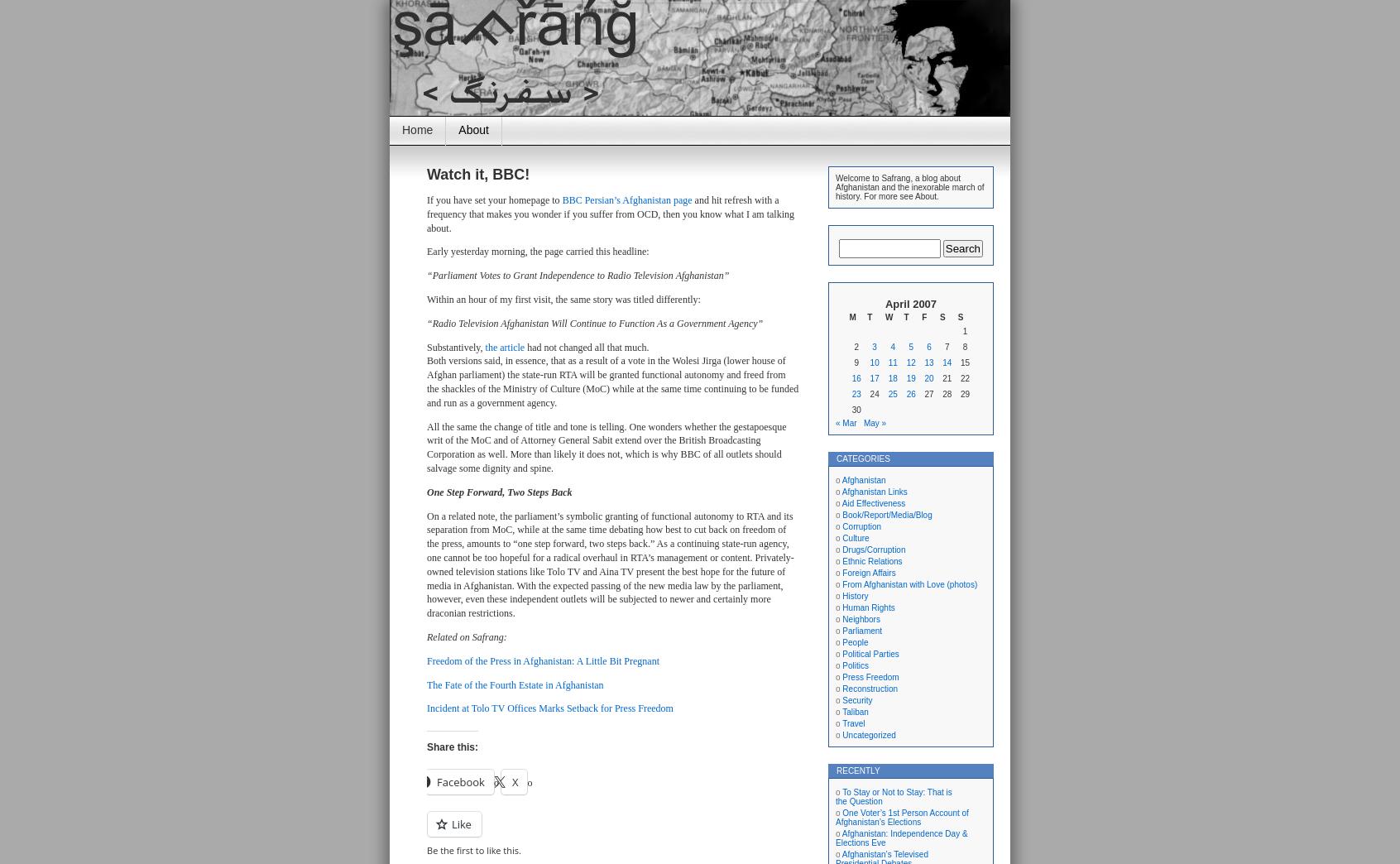  Describe the element at coordinates (477, 174) in the screenshot. I see `'Watch it, BBC!'` at that location.